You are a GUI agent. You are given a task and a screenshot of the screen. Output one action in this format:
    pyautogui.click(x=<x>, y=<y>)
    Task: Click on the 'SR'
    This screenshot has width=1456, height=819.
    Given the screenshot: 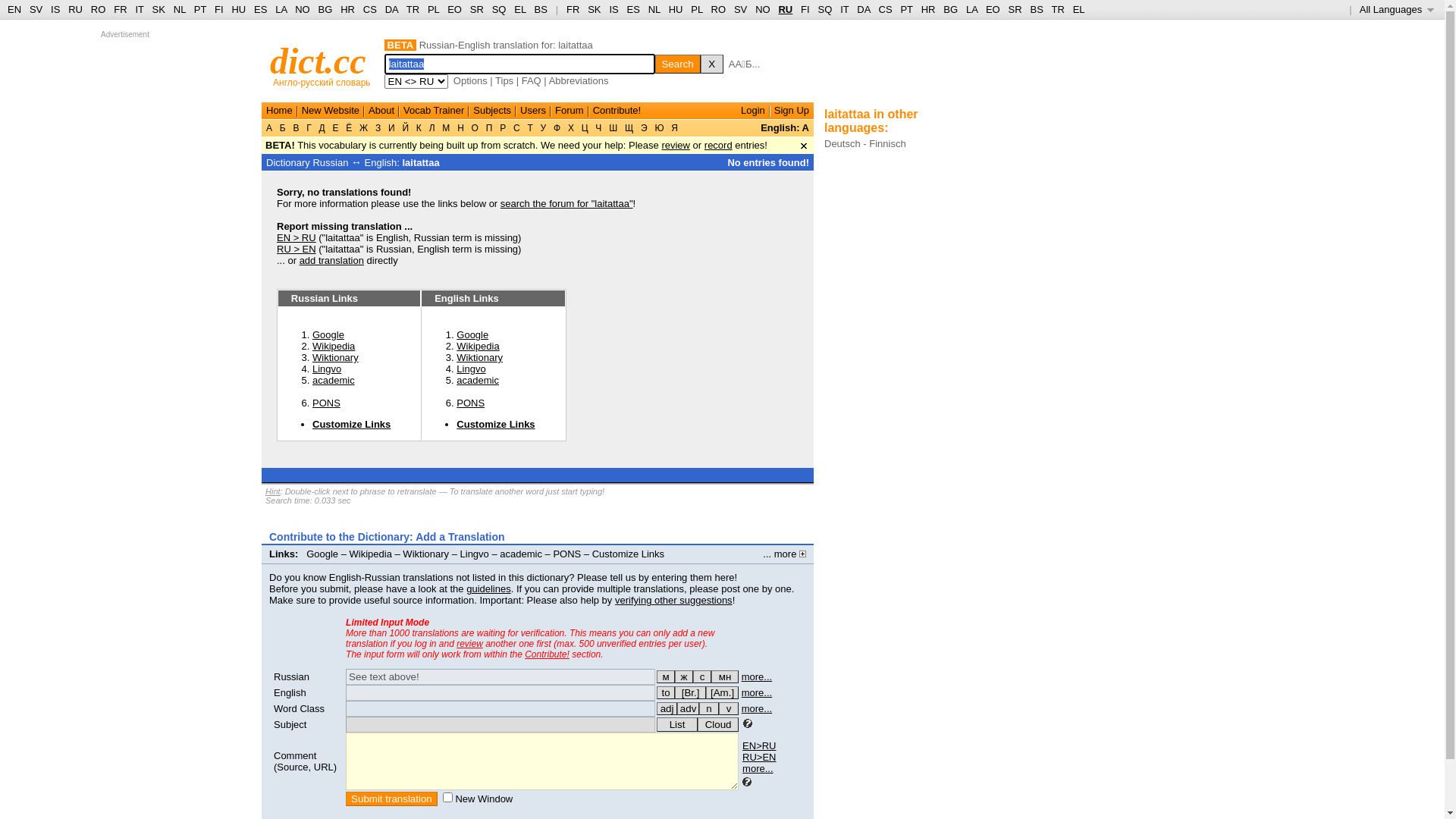 What is the action you would take?
    pyautogui.click(x=469, y=9)
    